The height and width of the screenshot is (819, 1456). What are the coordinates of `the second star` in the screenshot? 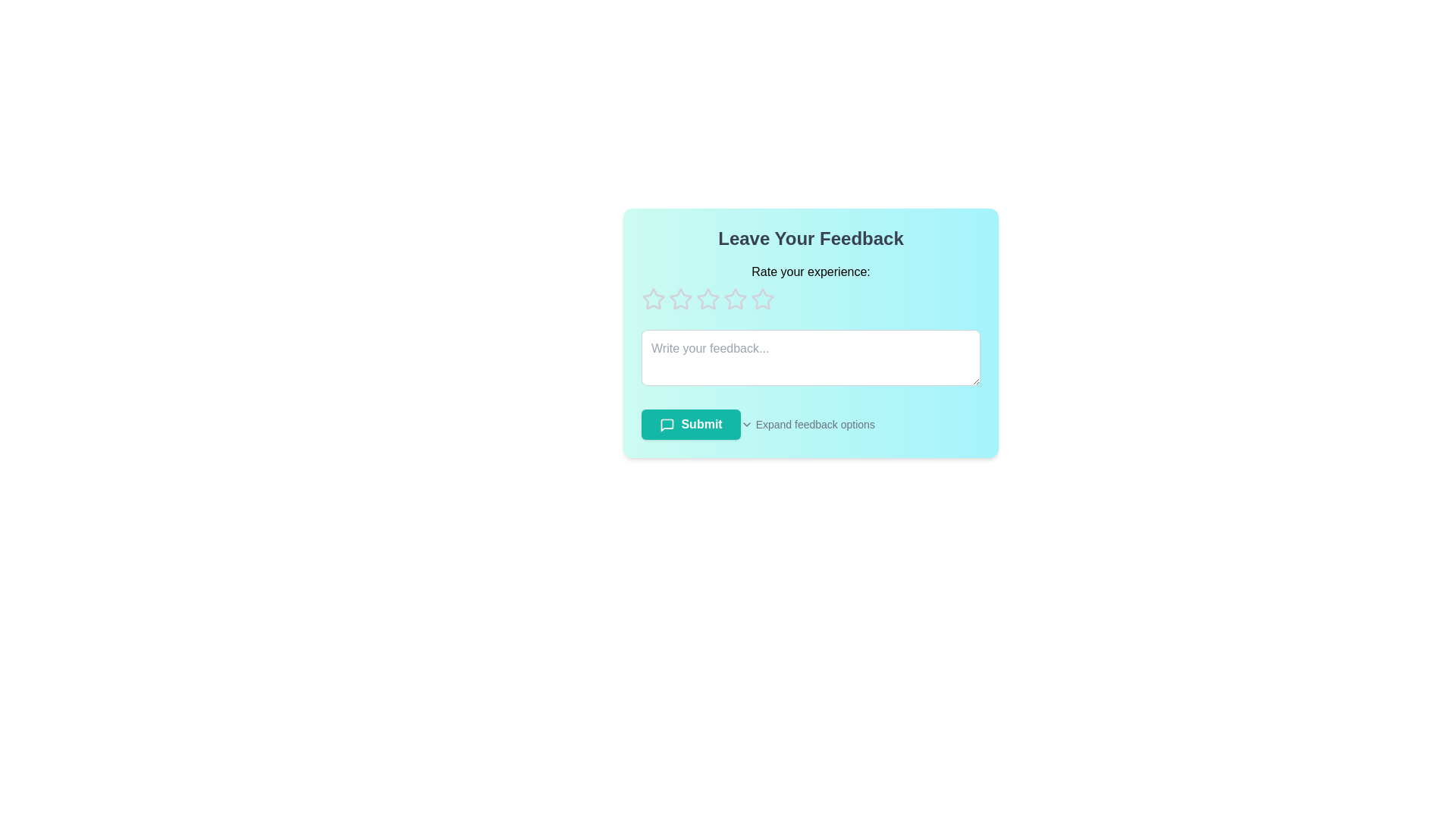 It's located at (679, 299).